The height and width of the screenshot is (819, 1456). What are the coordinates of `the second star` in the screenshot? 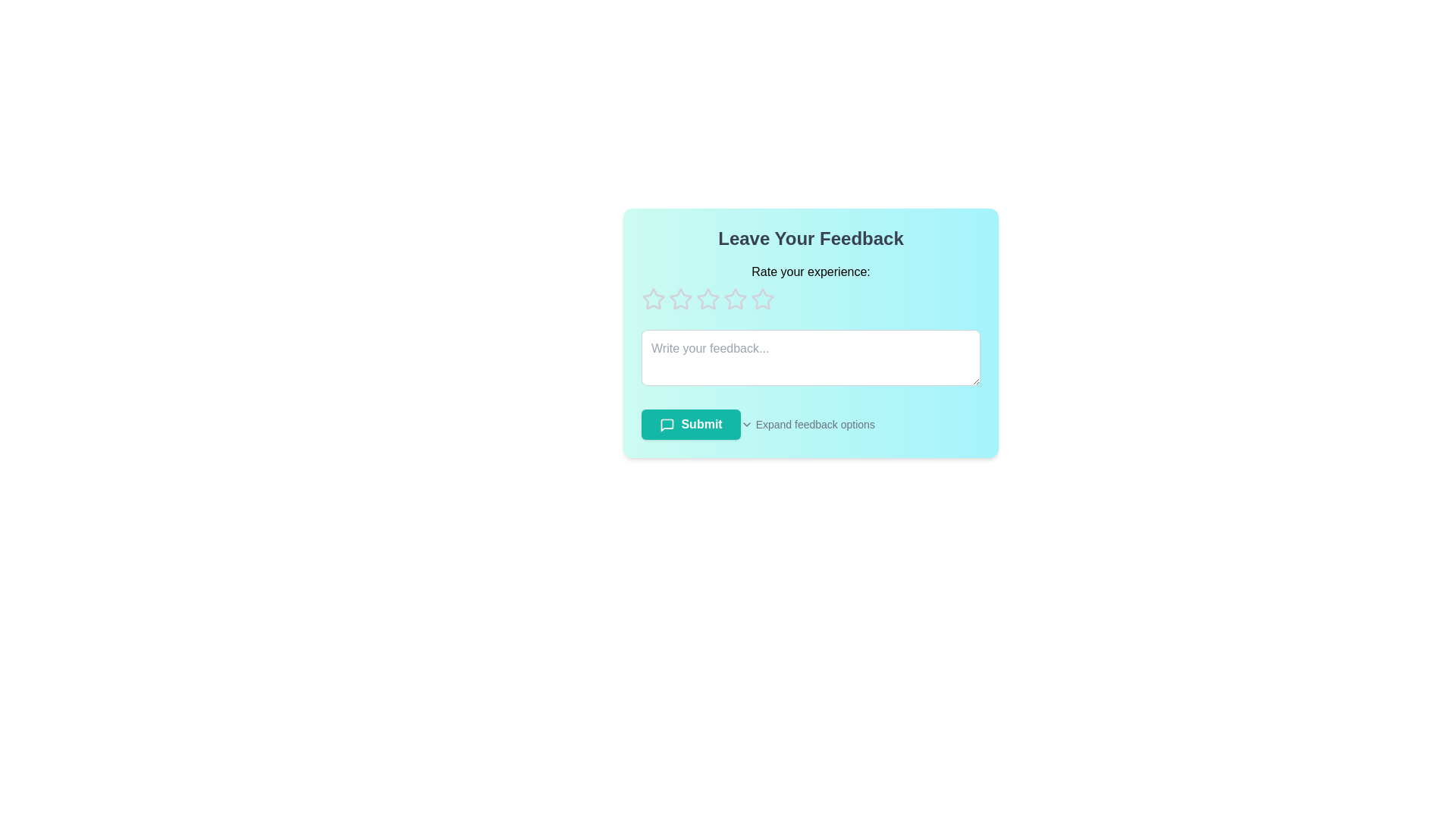 It's located at (679, 299).